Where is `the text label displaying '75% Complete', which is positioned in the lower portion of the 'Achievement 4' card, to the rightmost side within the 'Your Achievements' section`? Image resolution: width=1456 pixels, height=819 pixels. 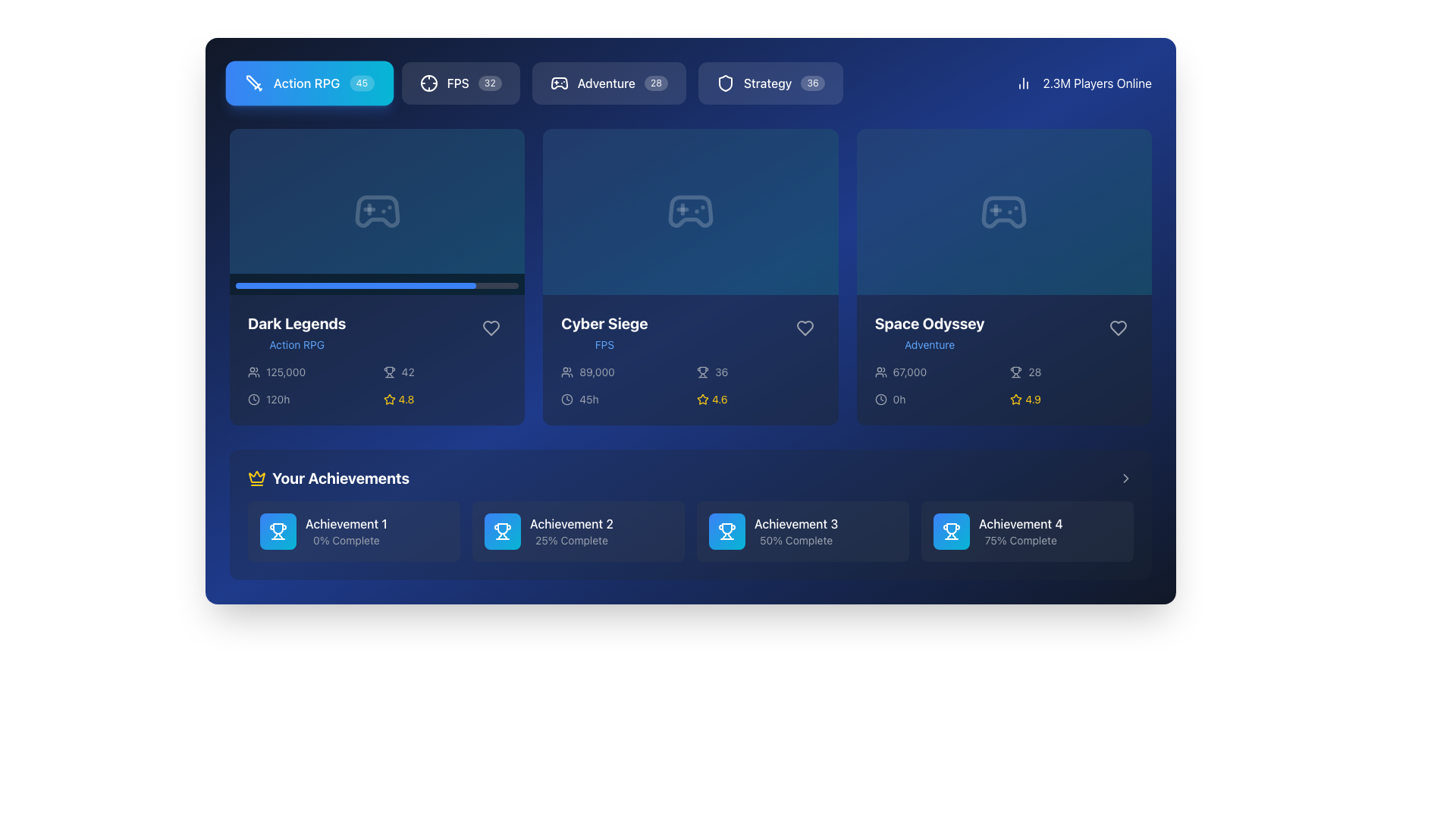
the text label displaying '75% Complete', which is positioned in the lower portion of the 'Achievement 4' card, to the rightmost side within the 'Your Achievements' section is located at coordinates (1021, 540).